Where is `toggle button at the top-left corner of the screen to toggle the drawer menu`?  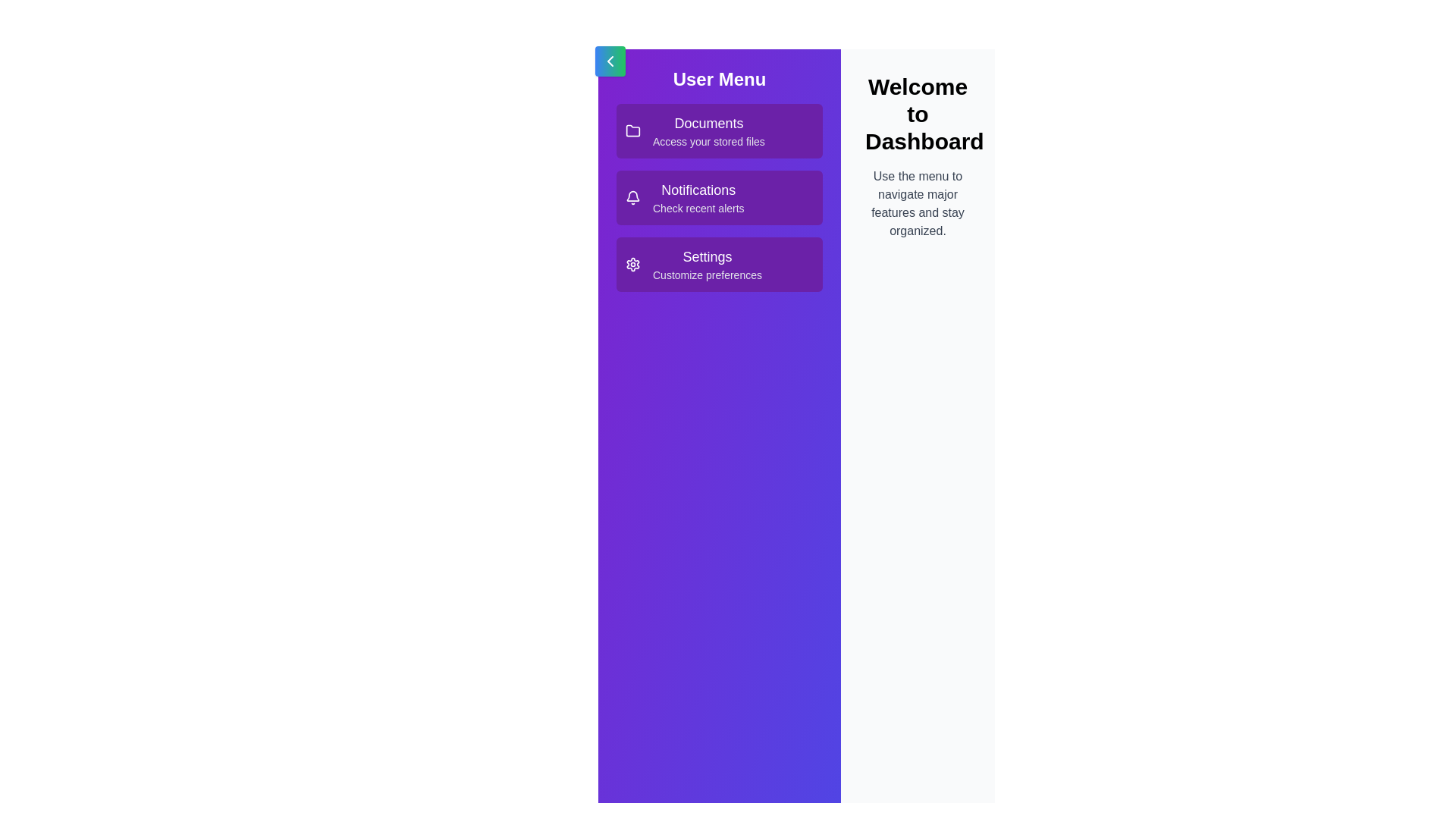
toggle button at the top-left corner of the screen to toggle the drawer menu is located at coordinates (610, 61).